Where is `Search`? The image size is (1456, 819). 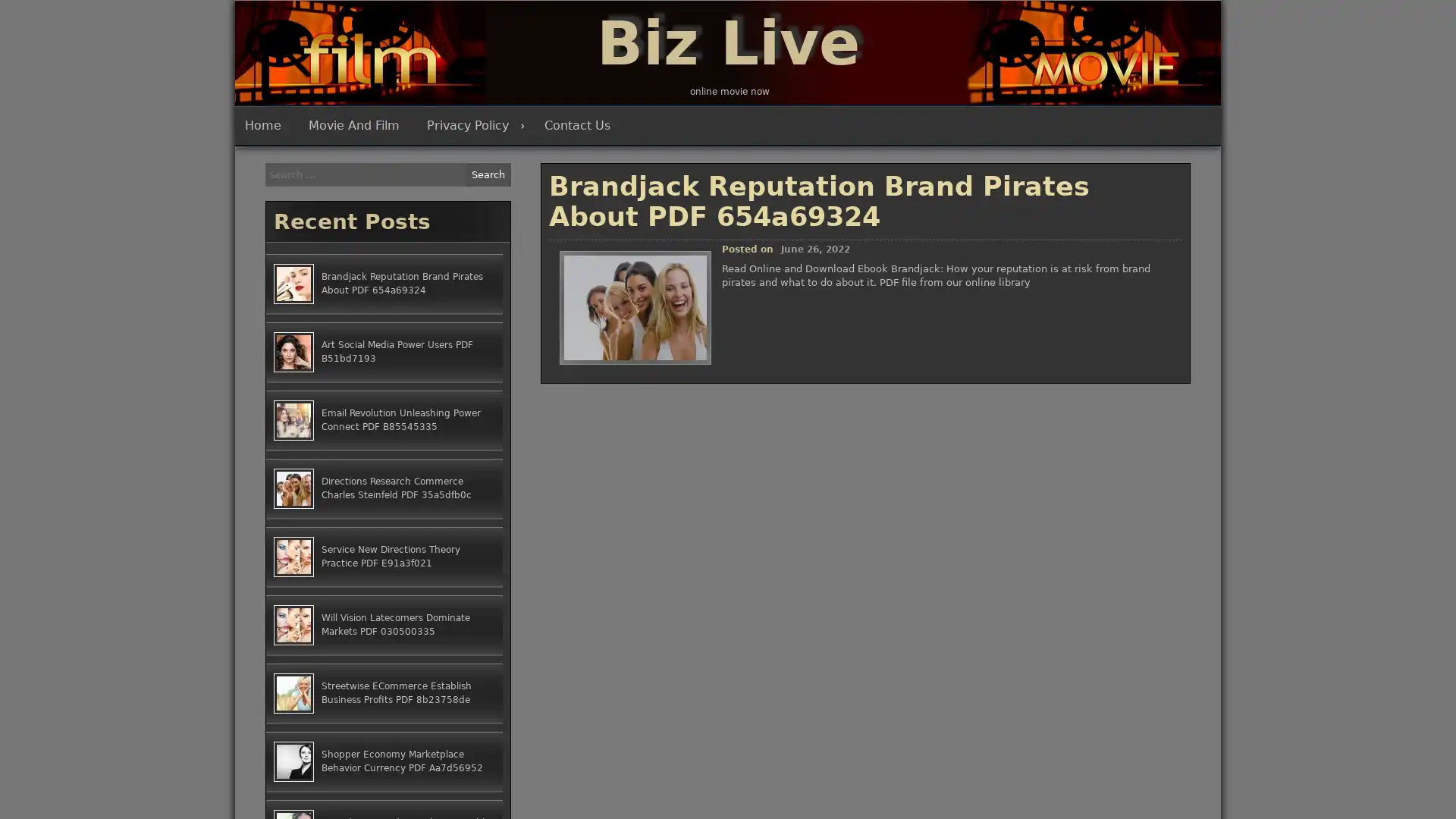 Search is located at coordinates (488, 174).